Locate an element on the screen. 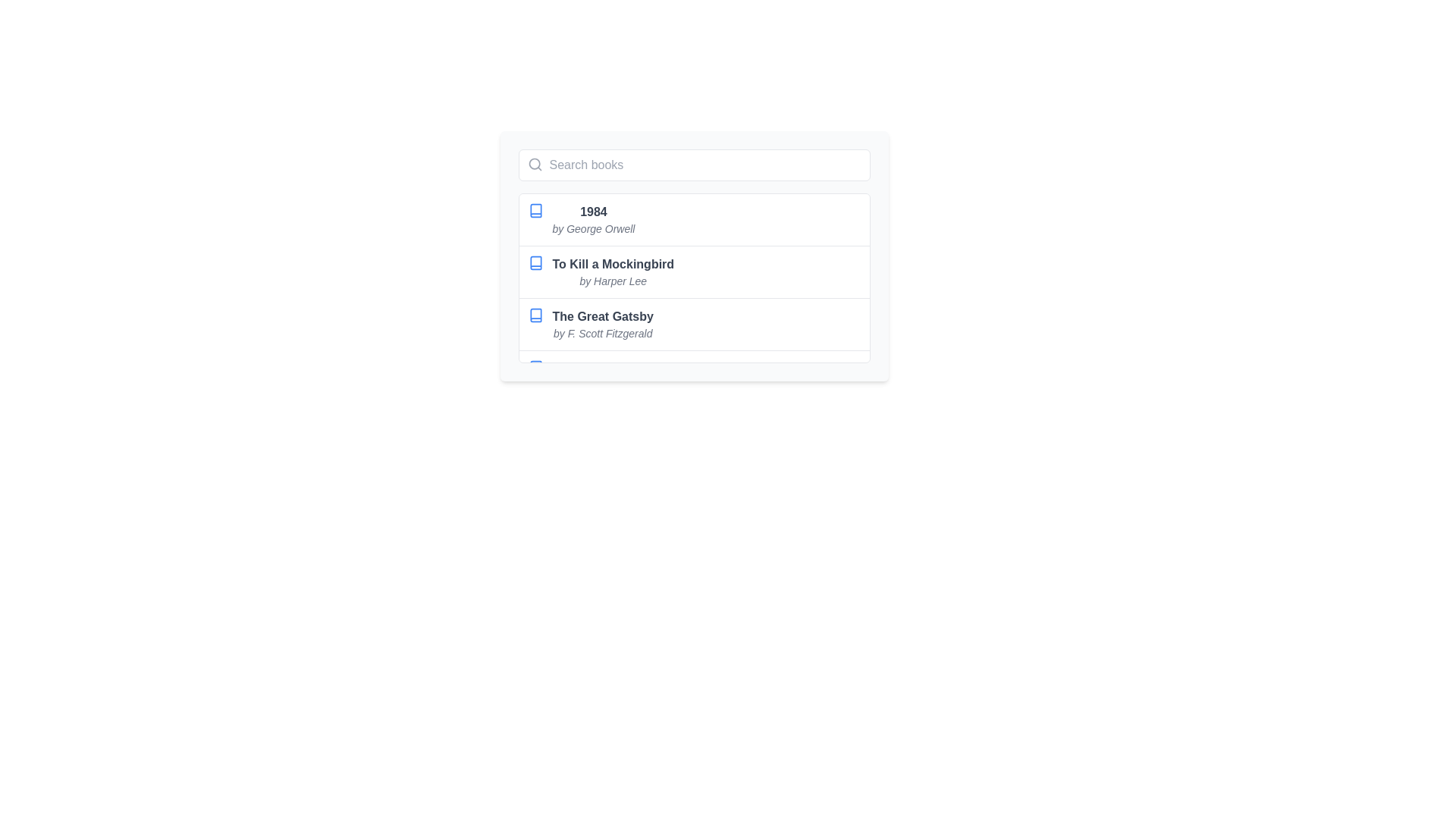 The height and width of the screenshot is (819, 1456). the book '1984' is located at coordinates (592, 212).